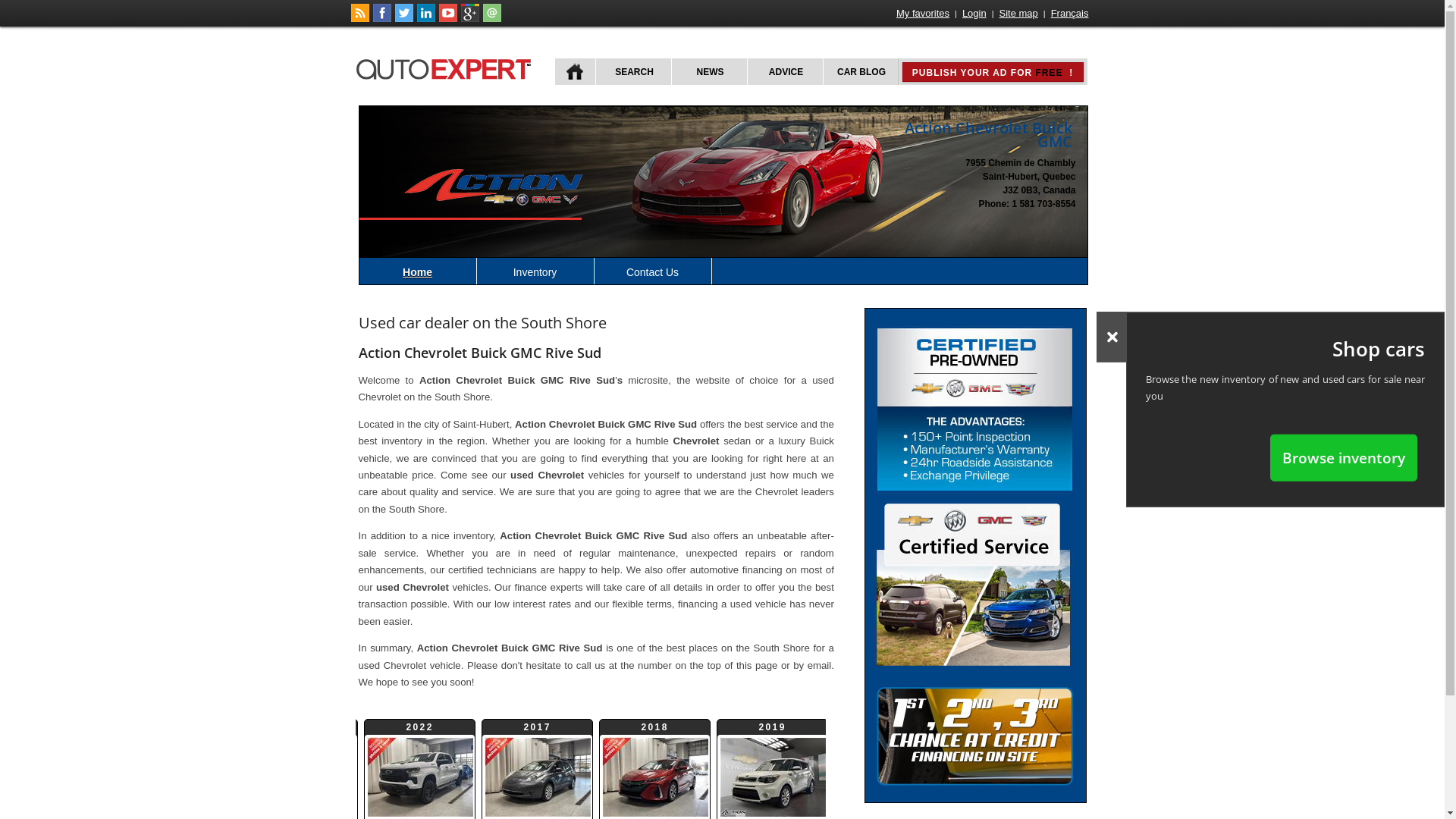  Describe the element at coordinates (574, 71) in the screenshot. I see `'HOME'` at that location.